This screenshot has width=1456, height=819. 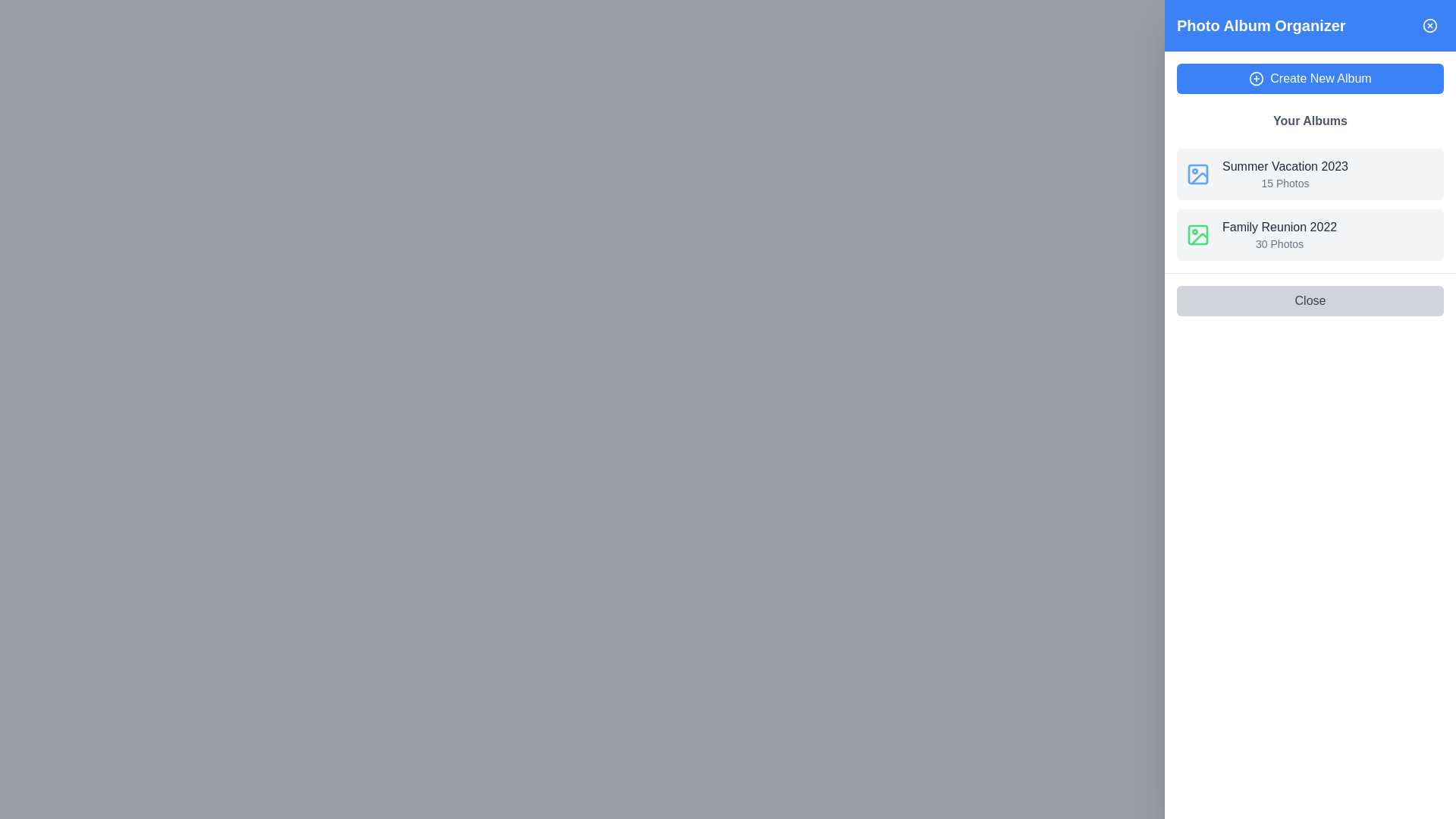 I want to click on the title text of the first photo album, which is located above the '15 Photos' text within the 'Your Albums' section, so click(x=1284, y=166).